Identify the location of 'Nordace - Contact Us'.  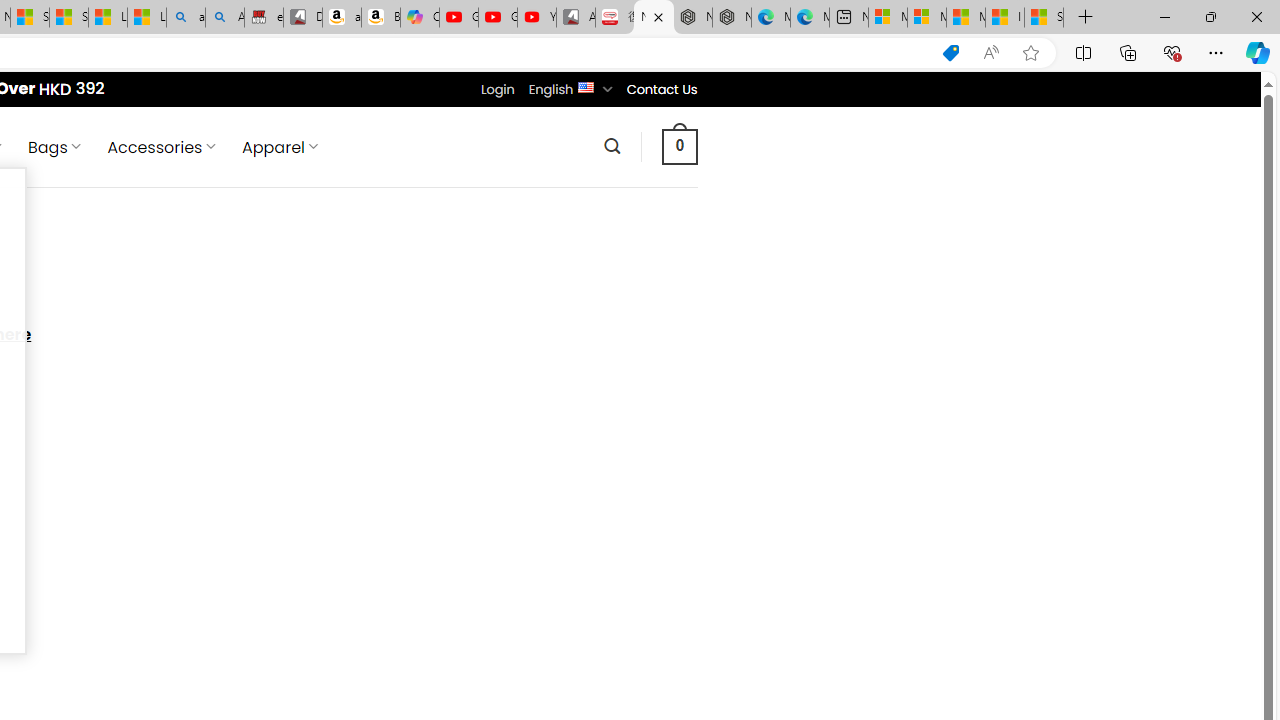
(654, 17).